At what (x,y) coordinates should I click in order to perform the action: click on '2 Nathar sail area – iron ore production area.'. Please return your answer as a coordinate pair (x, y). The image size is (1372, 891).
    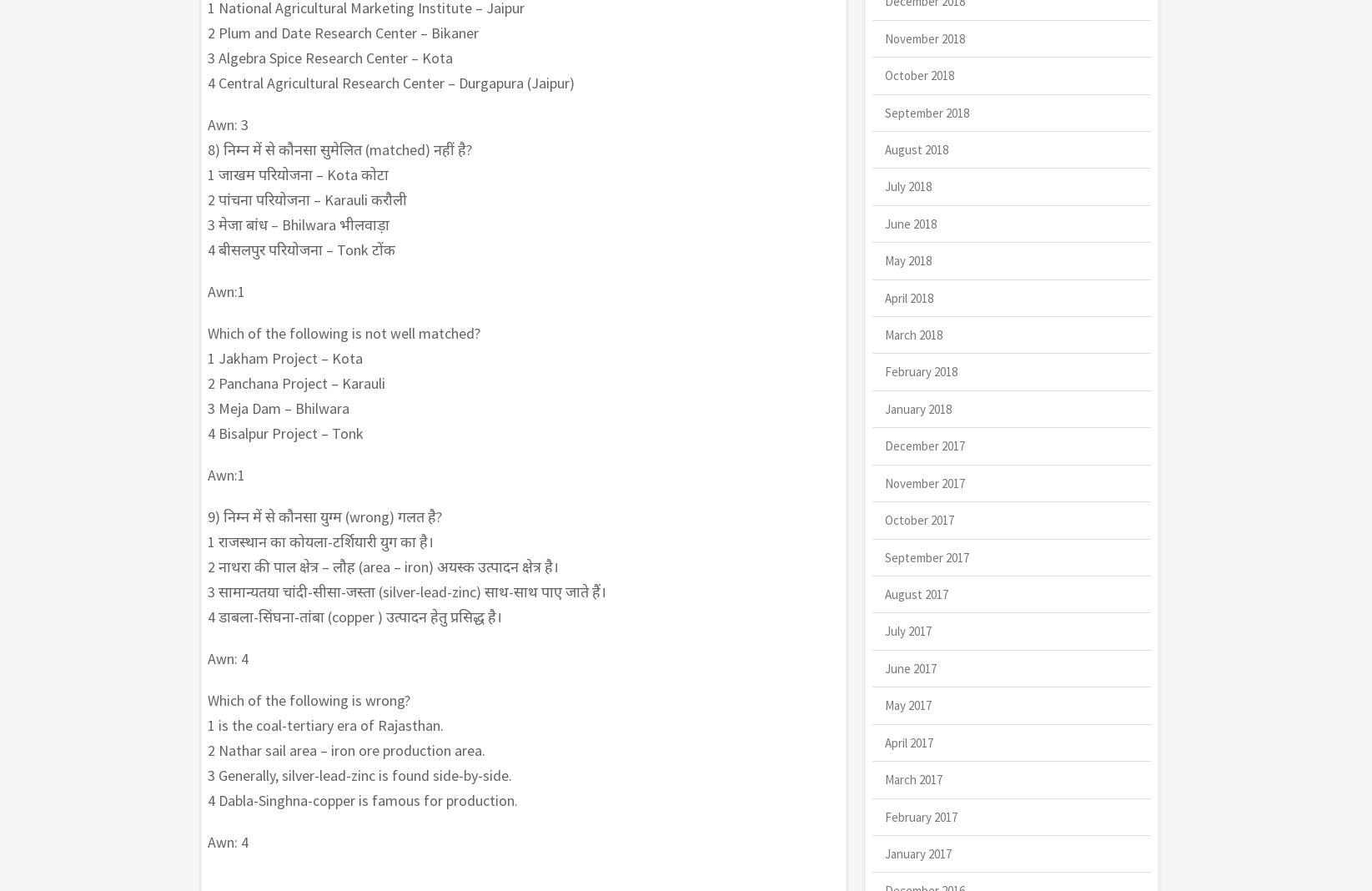
    Looking at the image, I should click on (344, 749).